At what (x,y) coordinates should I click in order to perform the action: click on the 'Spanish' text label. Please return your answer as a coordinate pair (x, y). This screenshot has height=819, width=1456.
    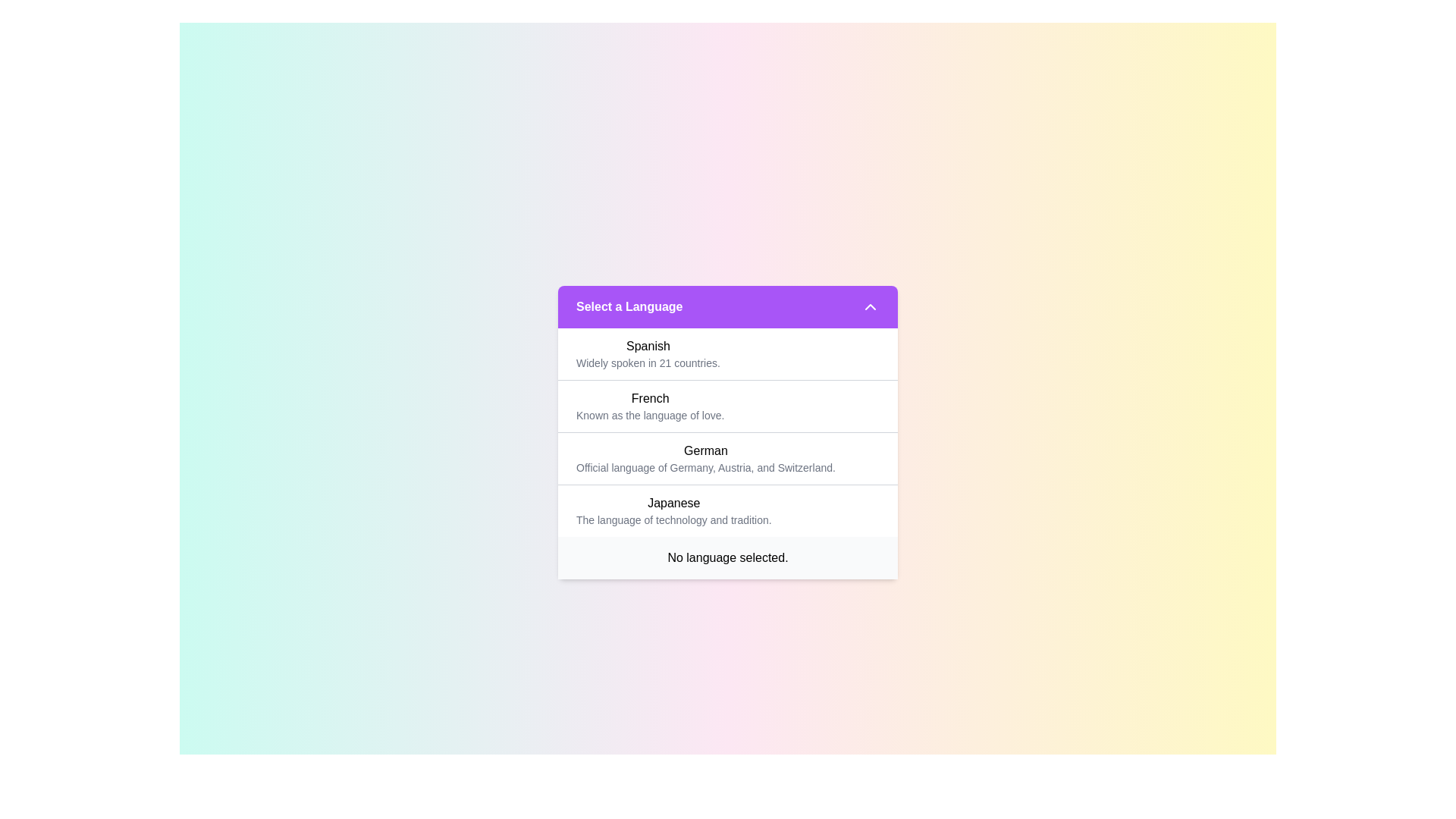
    Looking at the image, I should click on (648, 346).